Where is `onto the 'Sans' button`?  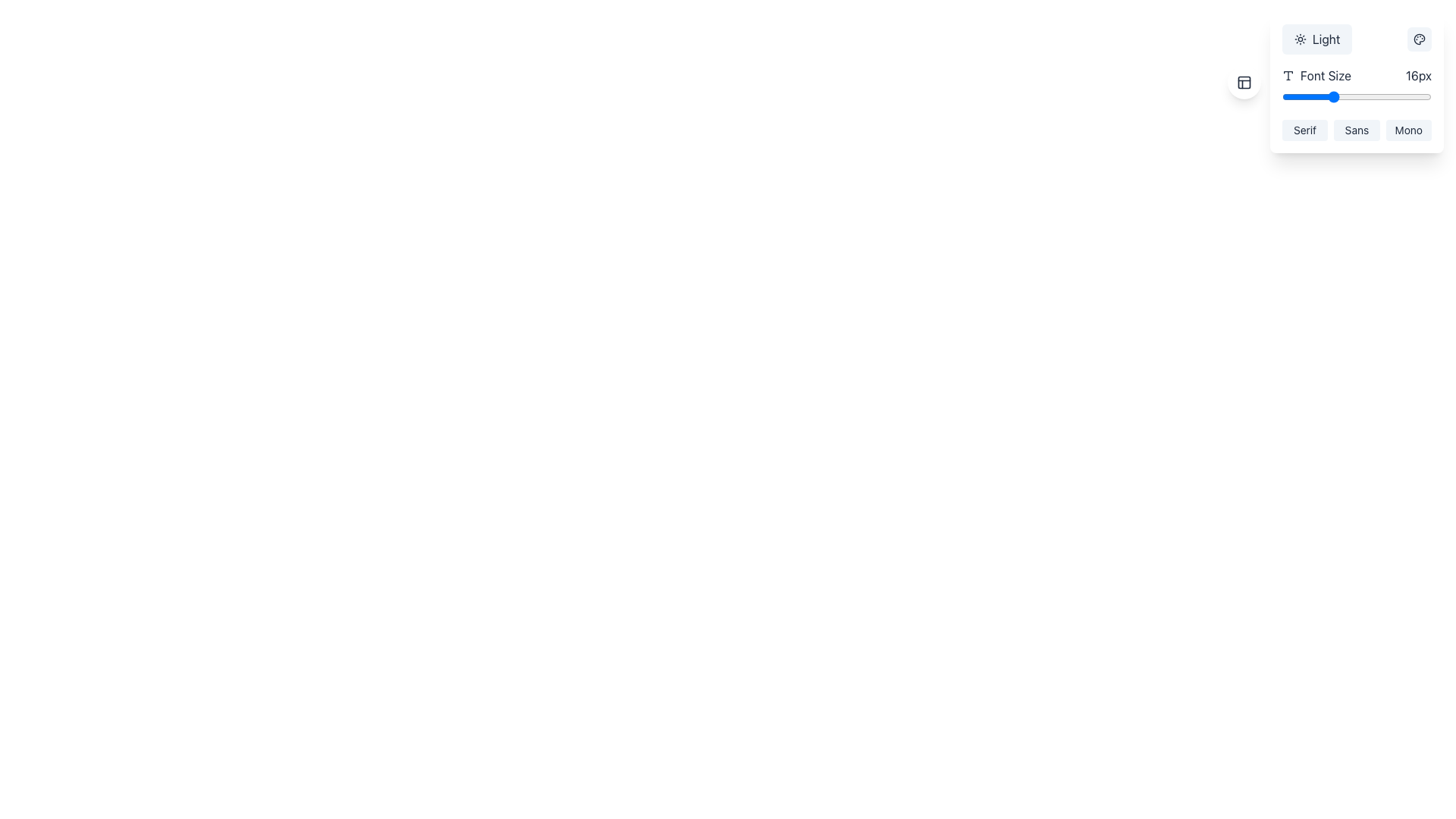 onto the 'Sans' button is located at coordinates (1357, 130).